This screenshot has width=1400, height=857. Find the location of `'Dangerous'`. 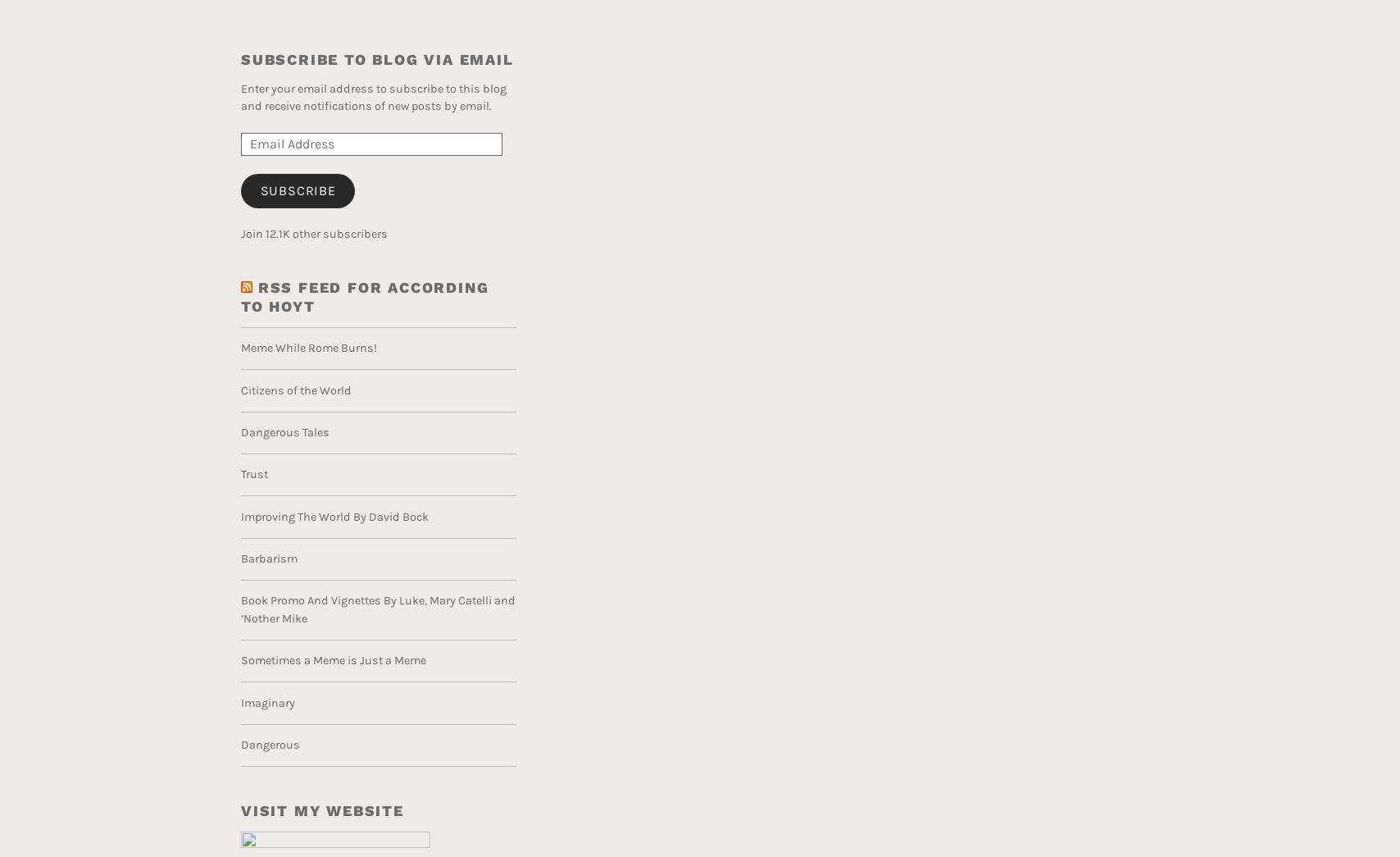

'Dangerous' is located at coordinates (270, 745).